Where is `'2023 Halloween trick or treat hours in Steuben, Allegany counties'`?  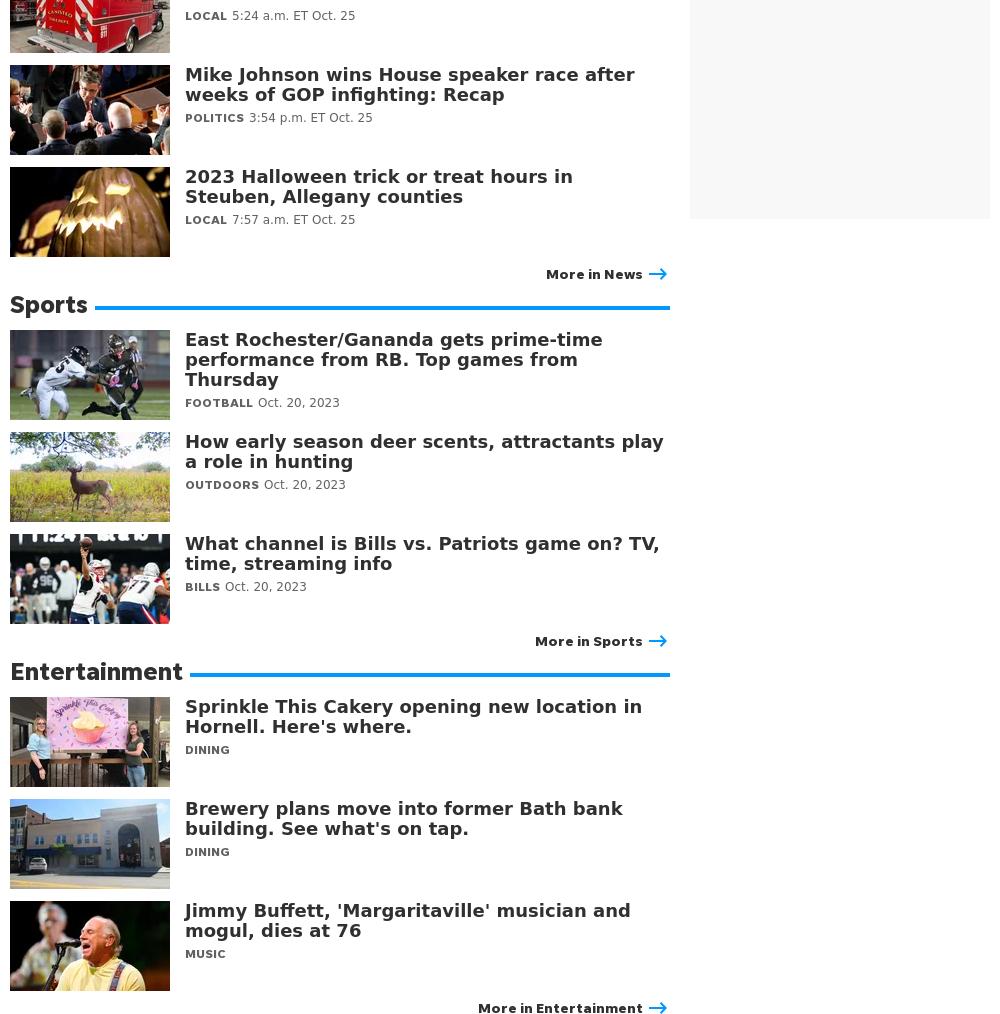
'2023 Halloween trick or treat hours in Steuben, Allegany counties' is located at coordinates (379, 185).